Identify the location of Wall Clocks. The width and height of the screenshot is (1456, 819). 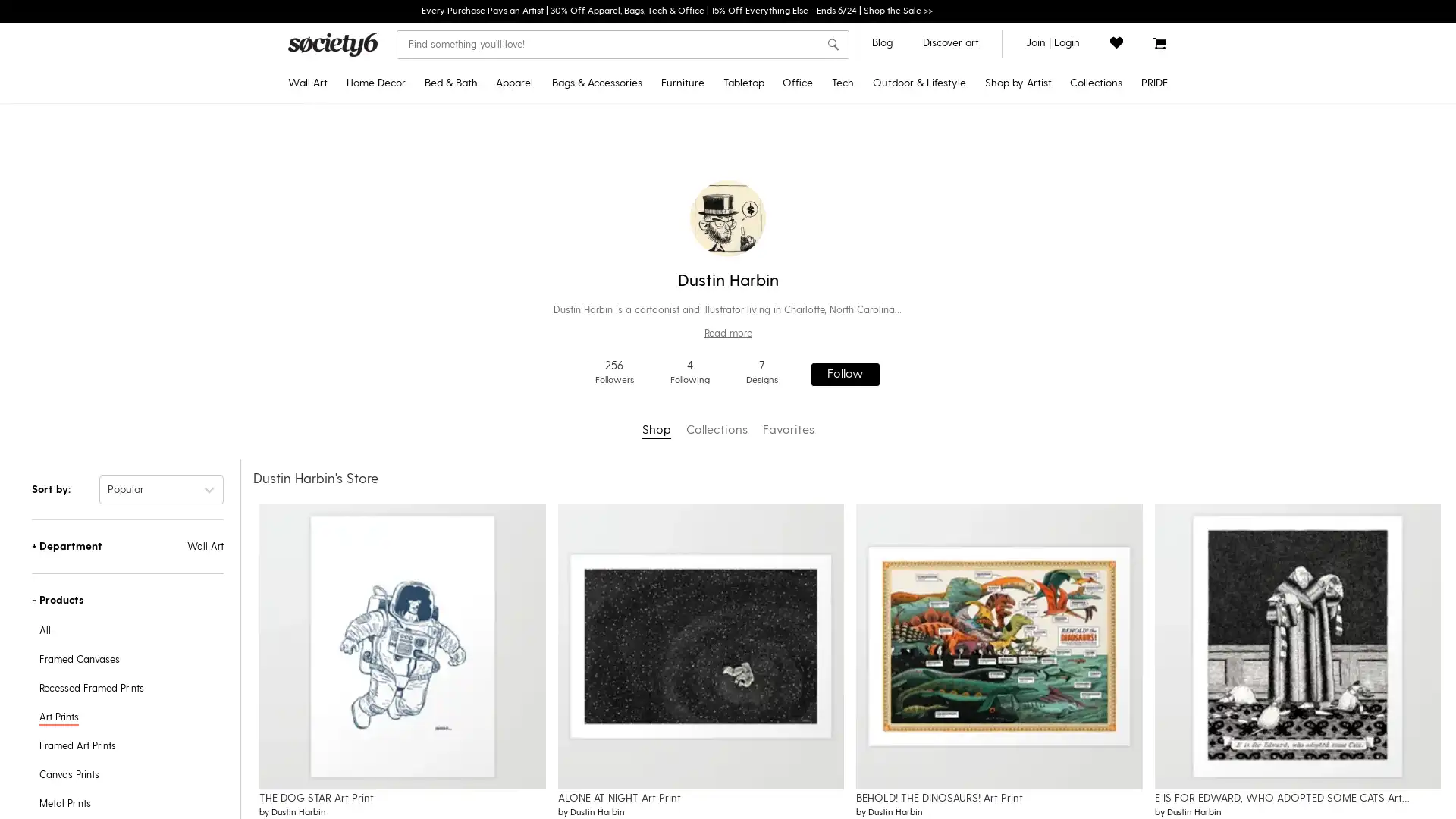
(404, 292).